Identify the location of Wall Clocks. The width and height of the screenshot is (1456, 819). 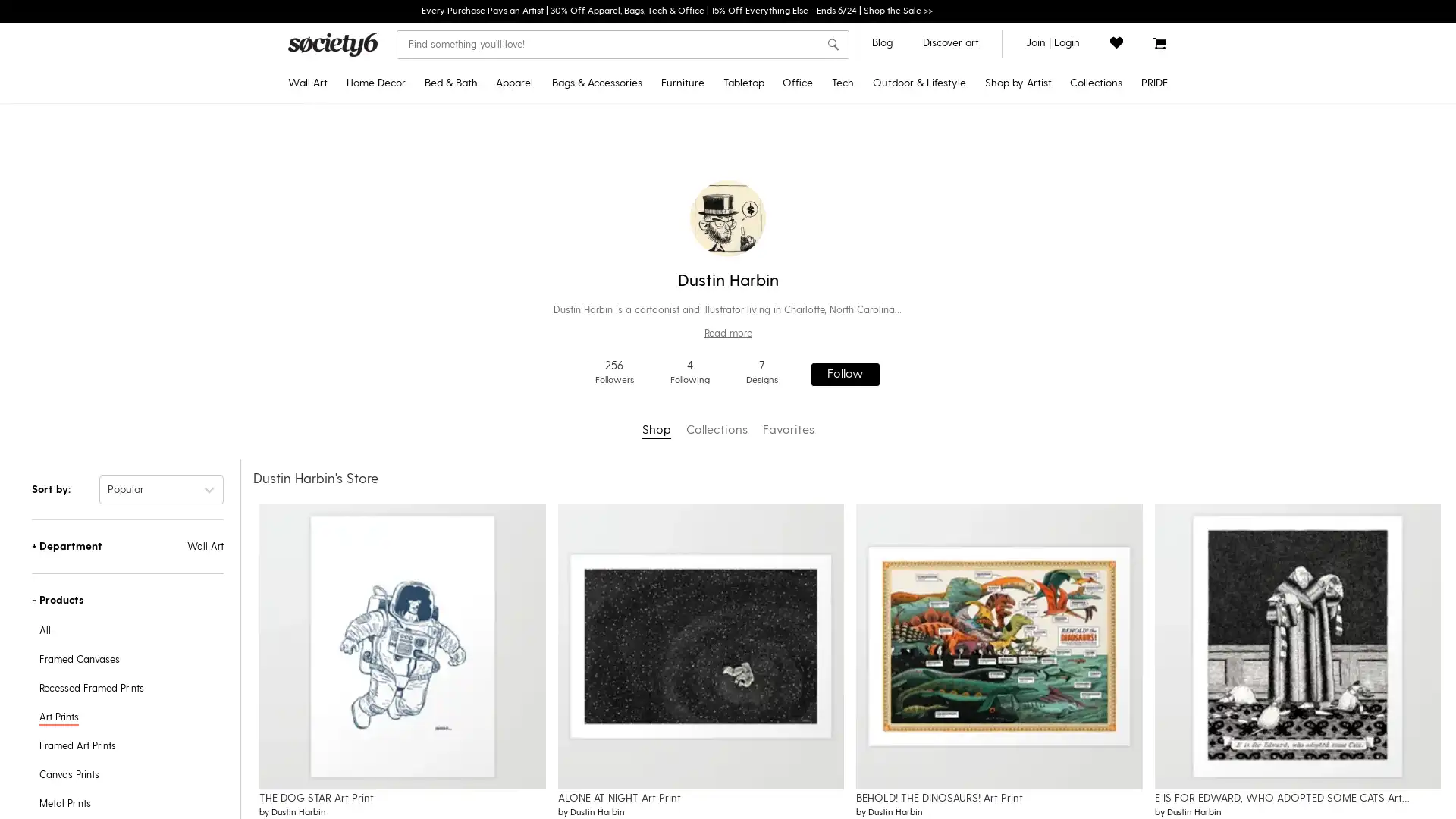
(404, 292).